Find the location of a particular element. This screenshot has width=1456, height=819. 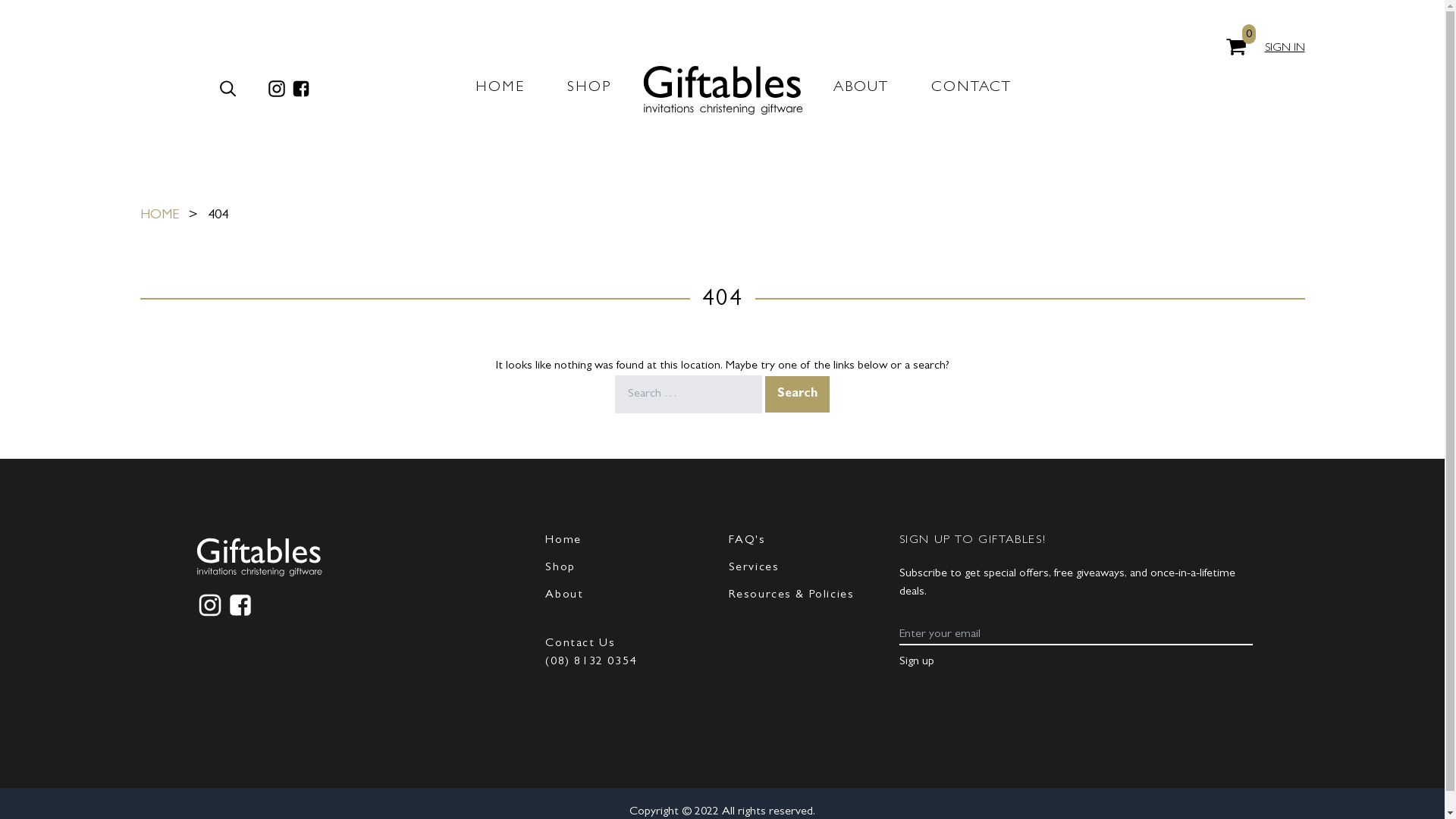

'Shop' is located at coordinates (559, 567).